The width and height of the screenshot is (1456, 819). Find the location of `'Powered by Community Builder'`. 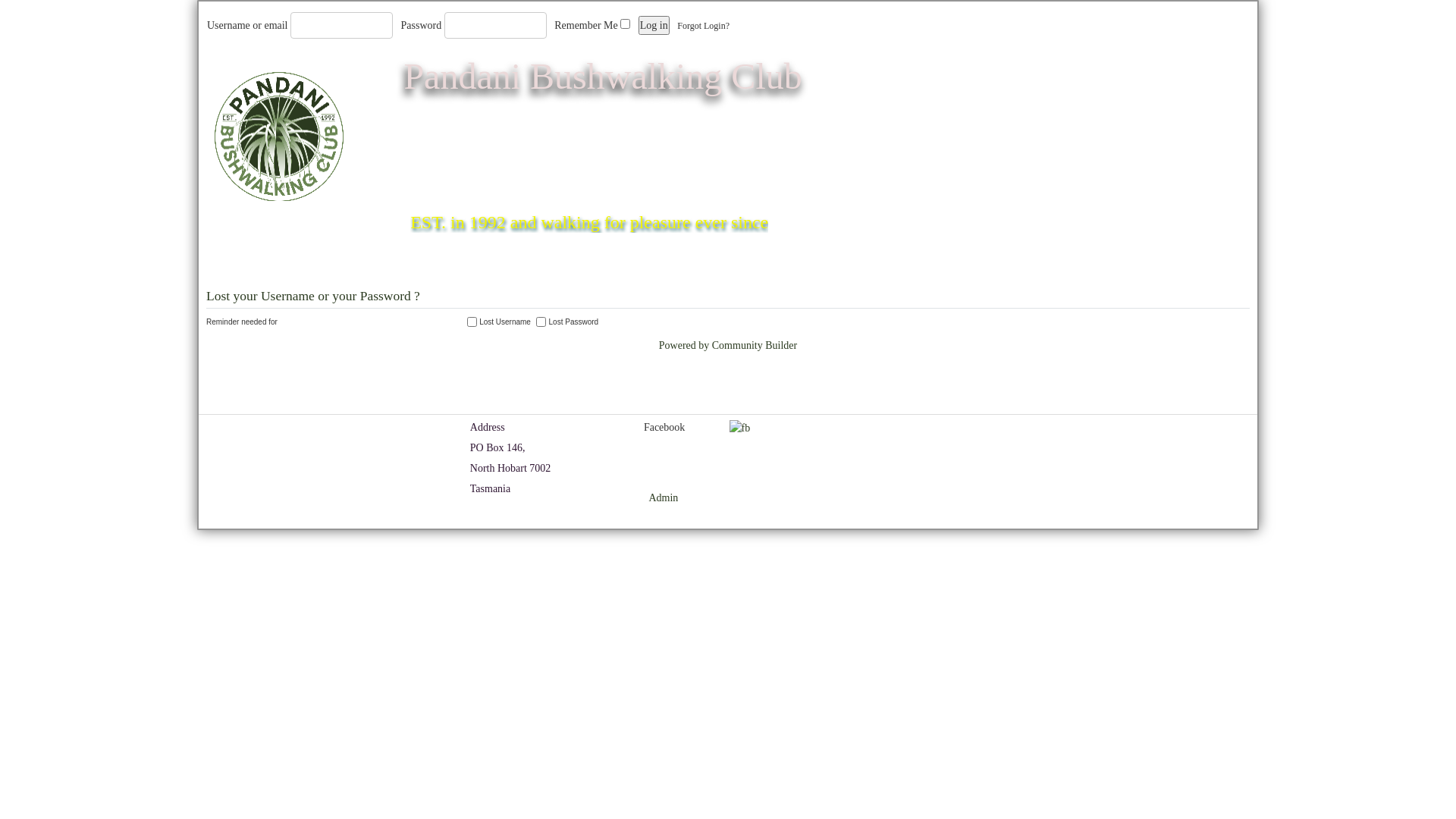

'Powered by Community Builder' is located at coordinates (728, 345).